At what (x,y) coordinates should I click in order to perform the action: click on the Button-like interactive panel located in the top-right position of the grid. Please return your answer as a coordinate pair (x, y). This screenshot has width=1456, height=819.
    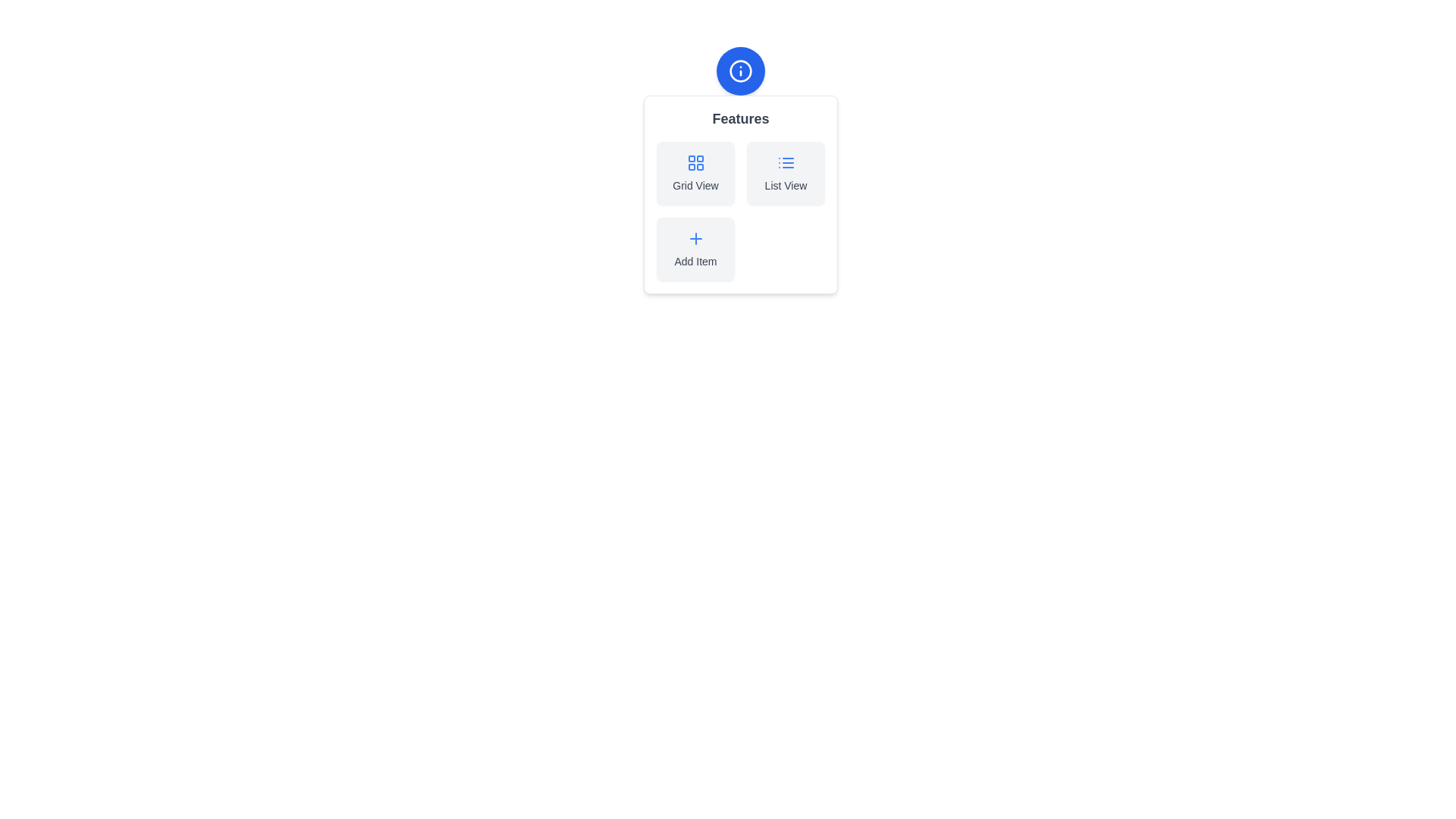
    Looking at the image, I should click on (786, 172).